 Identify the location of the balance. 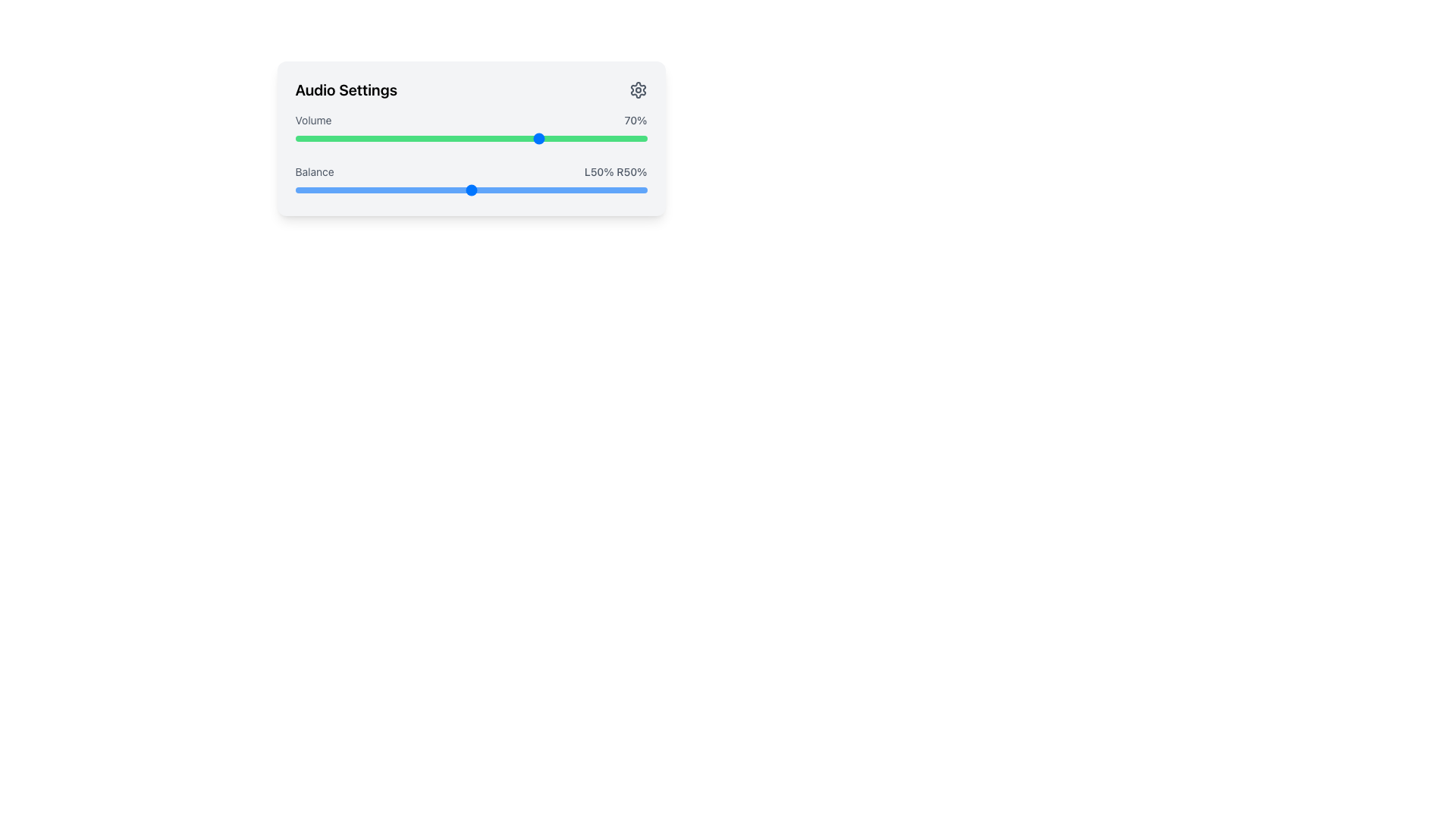
(488, 189).